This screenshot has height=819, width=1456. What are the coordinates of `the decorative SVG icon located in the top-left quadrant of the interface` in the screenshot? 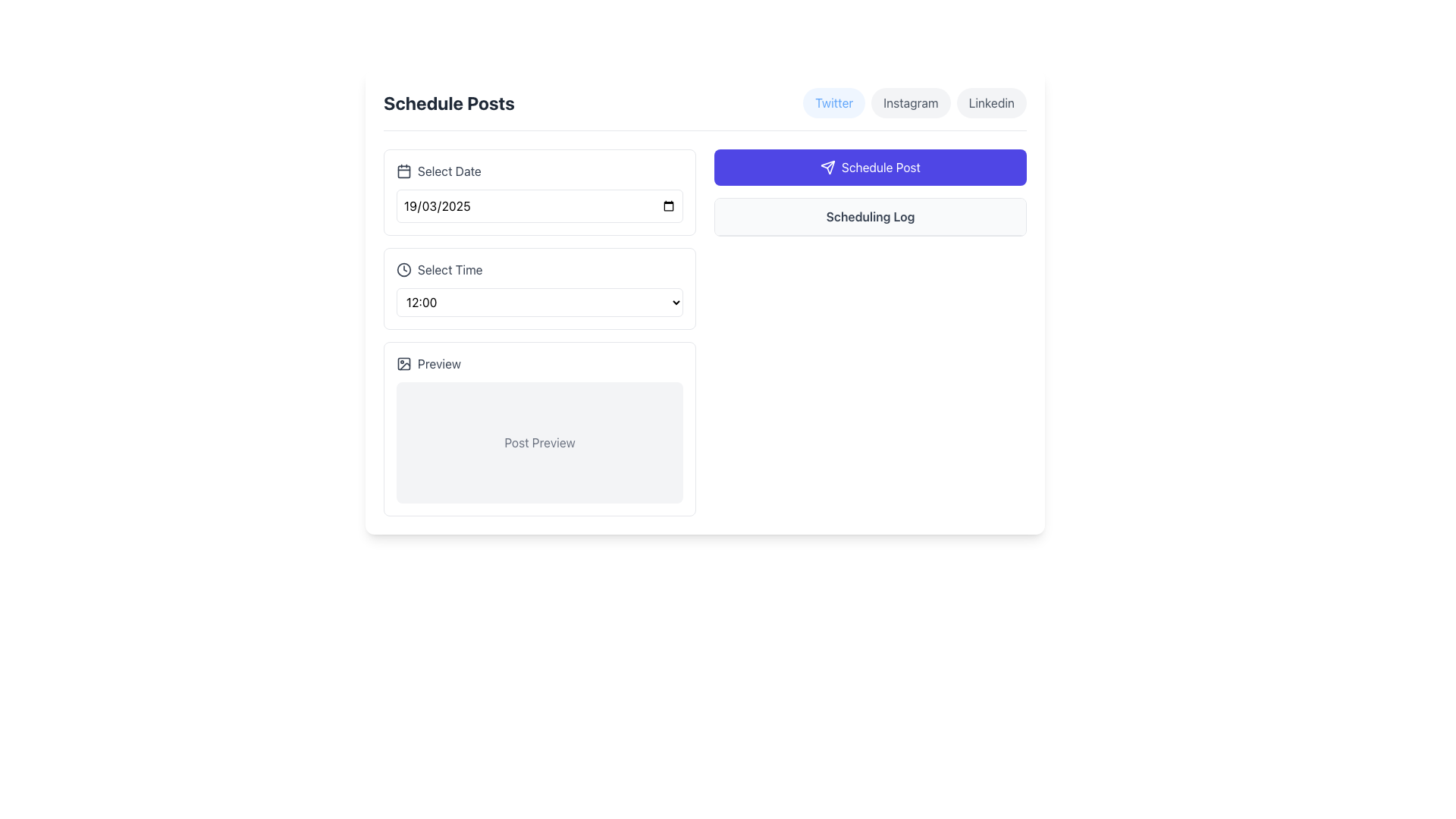 It's located at (403, 363).